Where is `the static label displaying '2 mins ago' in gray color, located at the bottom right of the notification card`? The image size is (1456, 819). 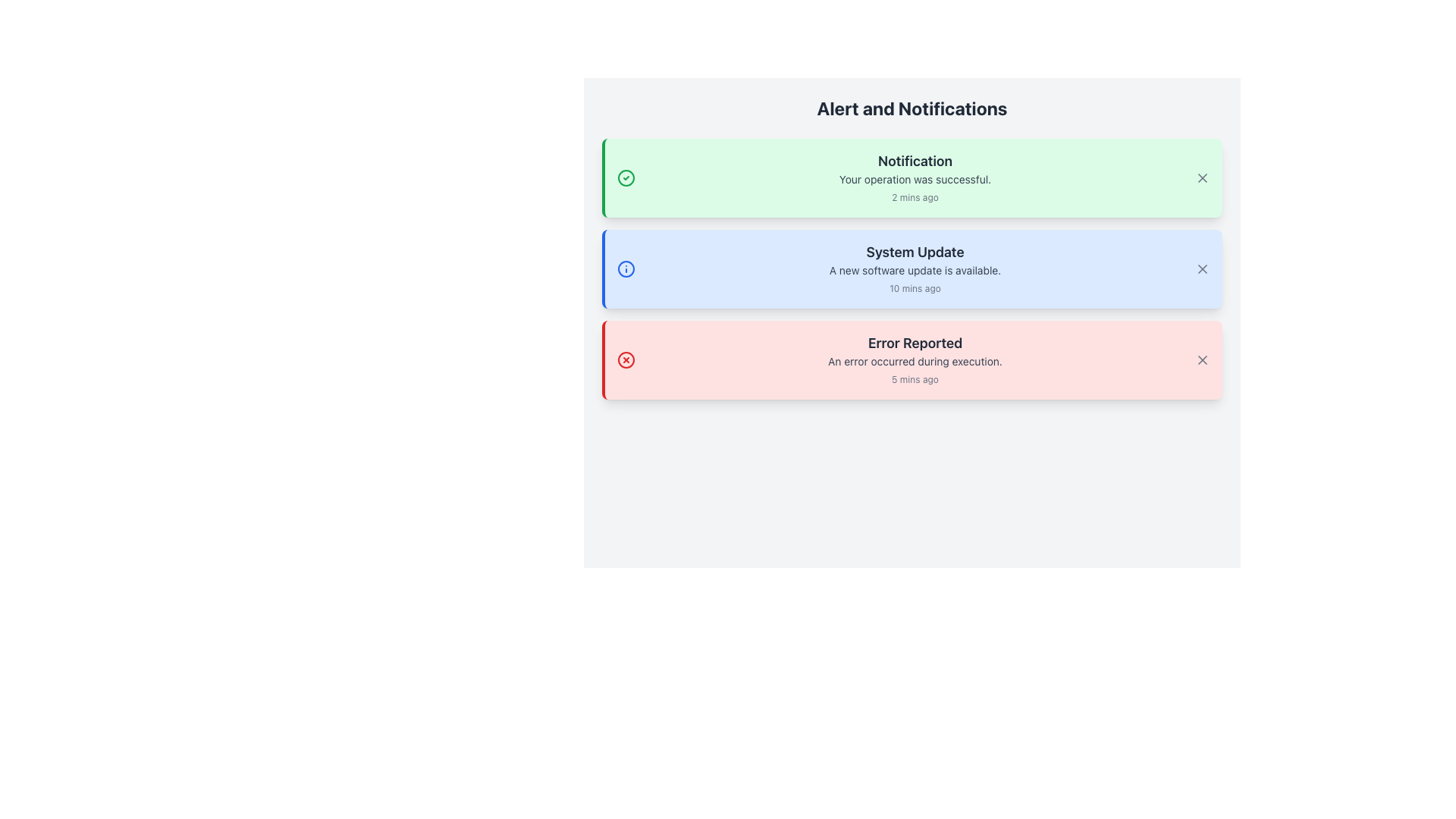 the static label displaying '2 mins ago' in gray color, located at the bottom right of the notification card is located at coordinates (914, 196).